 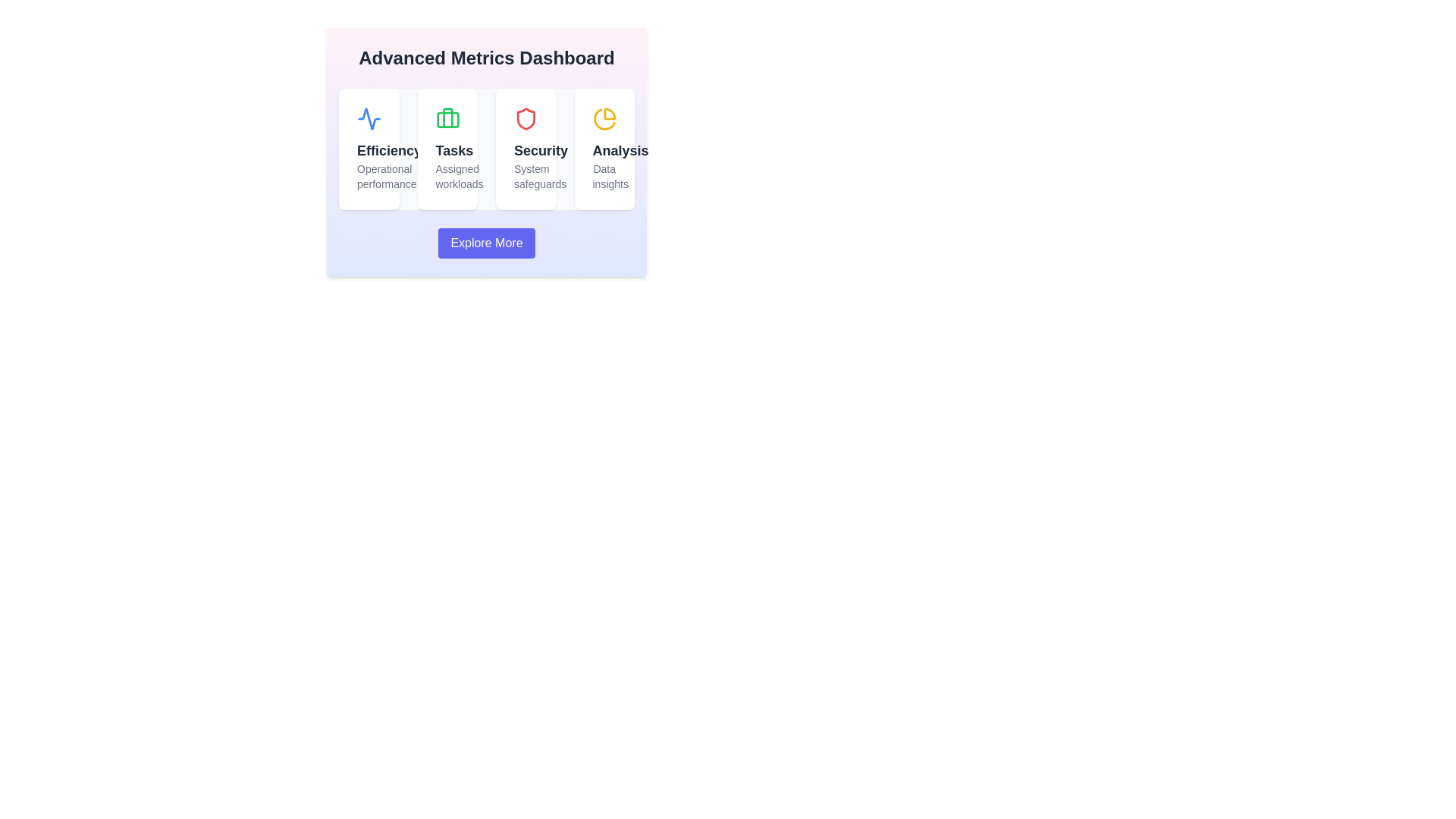 I want to click on the bold 'Analysis' text label, which is rendered in a darker gray shade and is centrally positioned above the 'Data insights' text, so click(x=604, y=151).